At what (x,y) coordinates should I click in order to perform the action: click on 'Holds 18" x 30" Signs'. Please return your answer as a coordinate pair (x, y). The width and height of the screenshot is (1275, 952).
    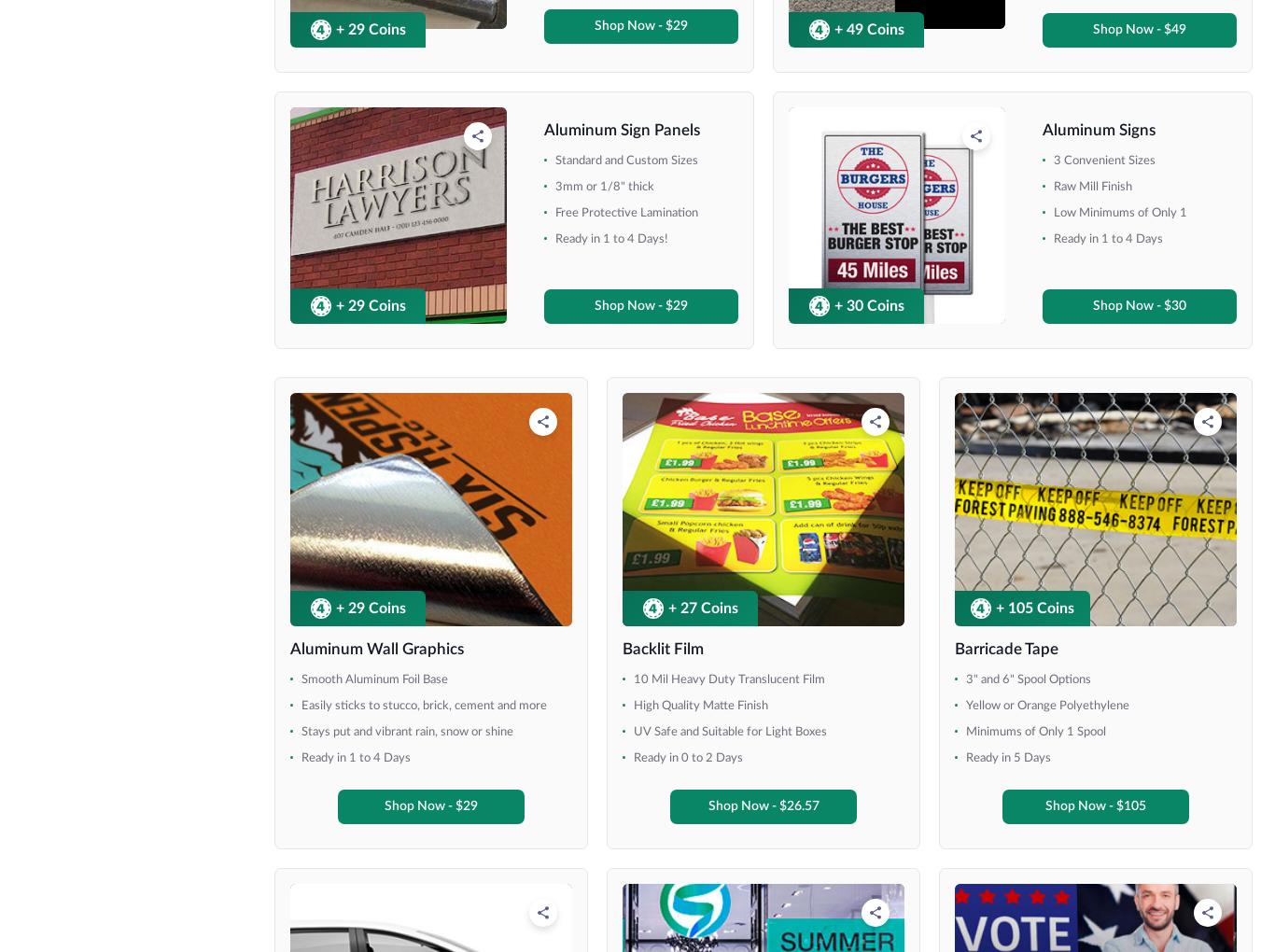
    Looking at the image, I should click on (965, 104).